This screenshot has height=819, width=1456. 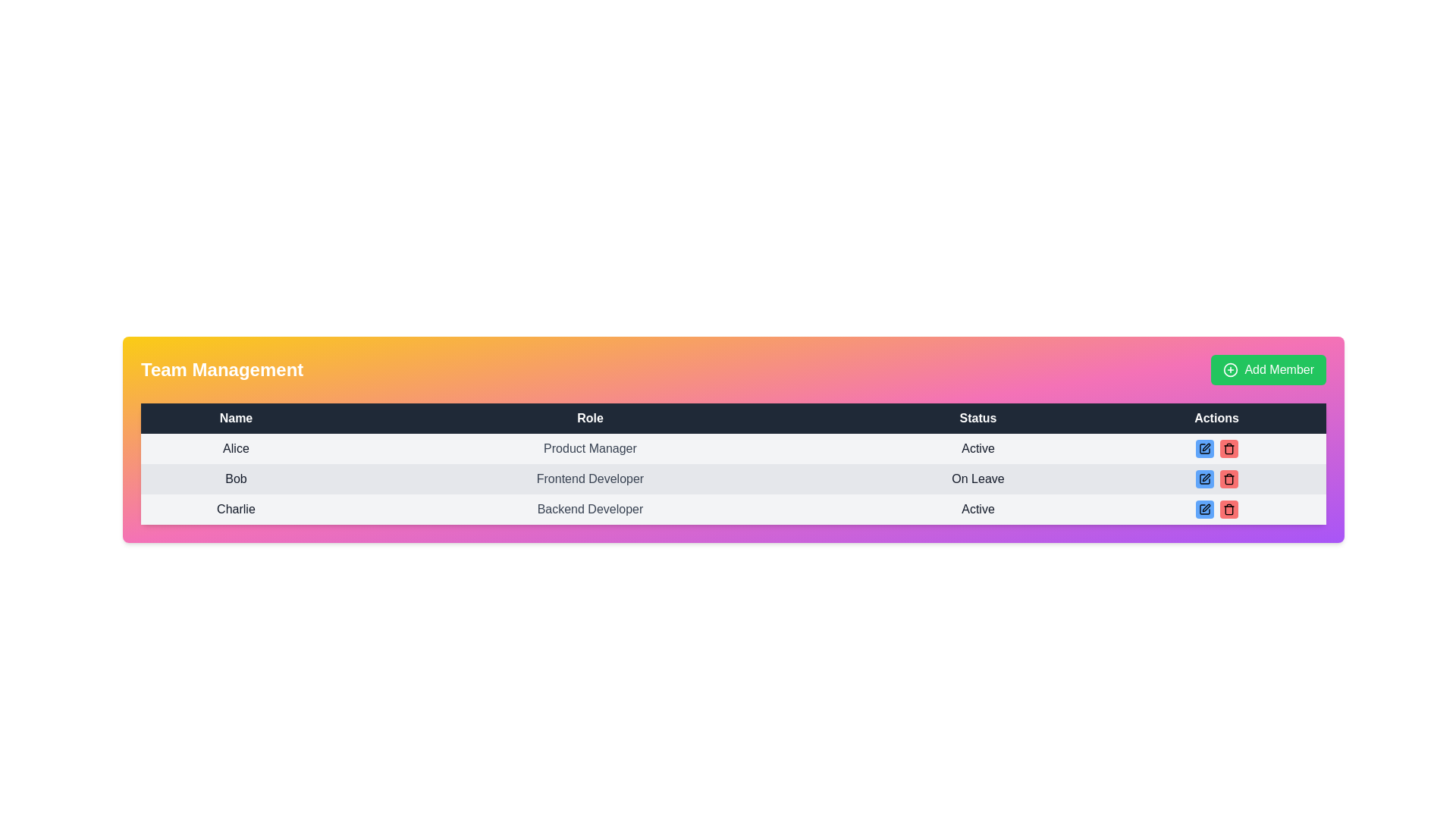 I want to click on the Text Label displaying the name 'Alice' located in the first row of the tabular presentation under the 'Name' column, so click(x=235, y=447).